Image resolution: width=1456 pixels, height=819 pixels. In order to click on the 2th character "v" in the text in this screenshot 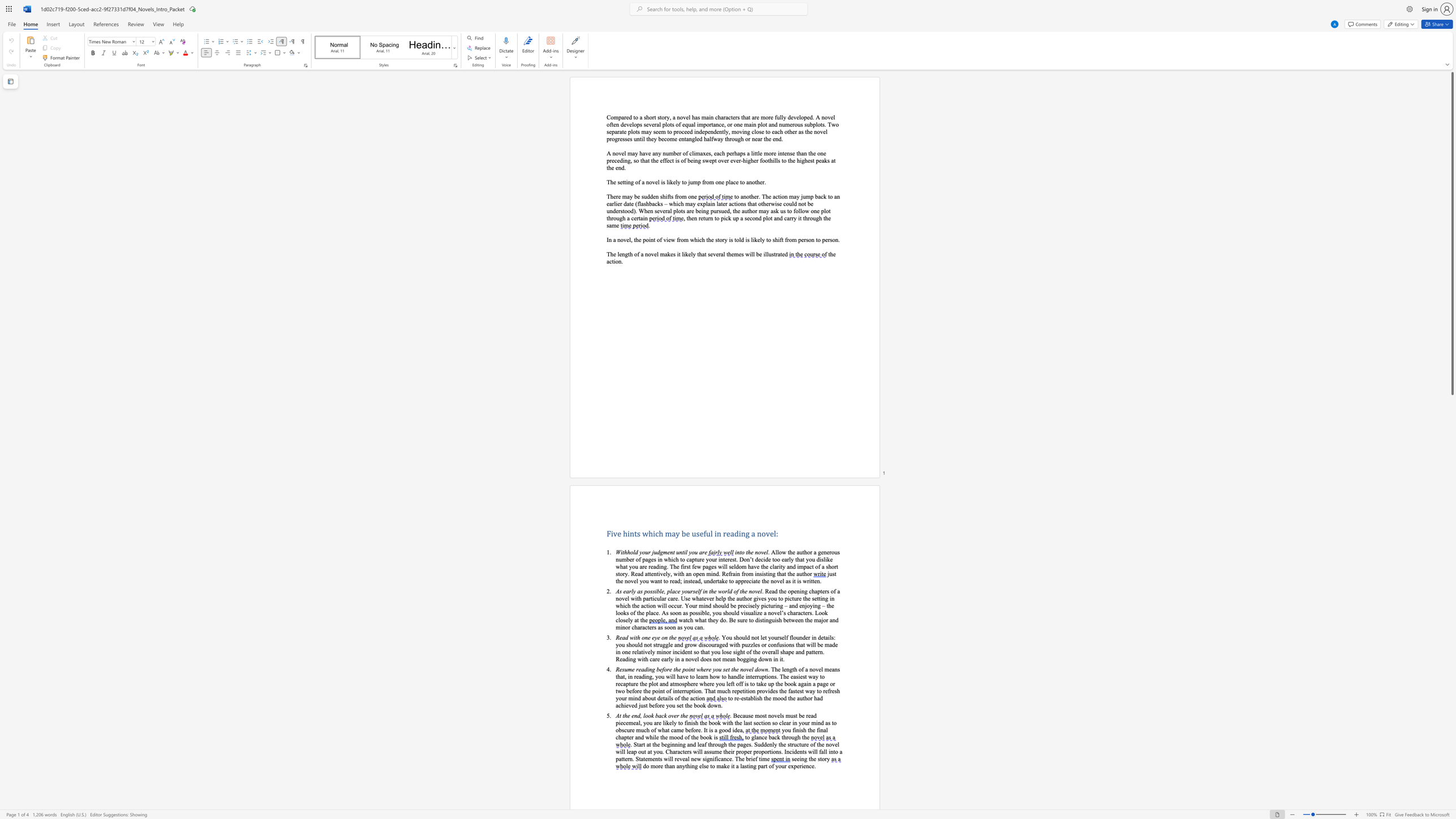, I will do `click(778, 580)`.